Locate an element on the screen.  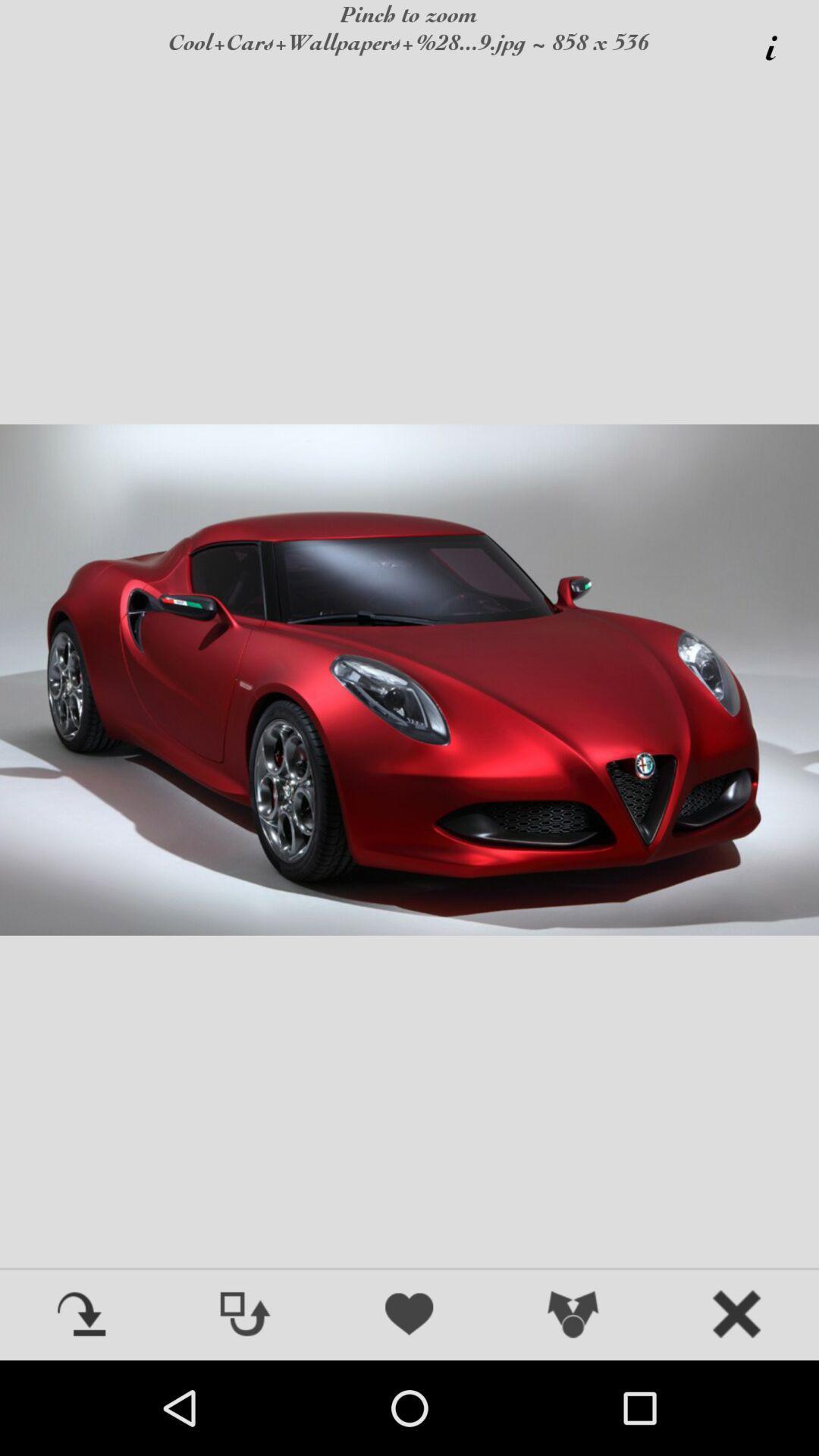
view image above is located at coordinates (245, 1315).